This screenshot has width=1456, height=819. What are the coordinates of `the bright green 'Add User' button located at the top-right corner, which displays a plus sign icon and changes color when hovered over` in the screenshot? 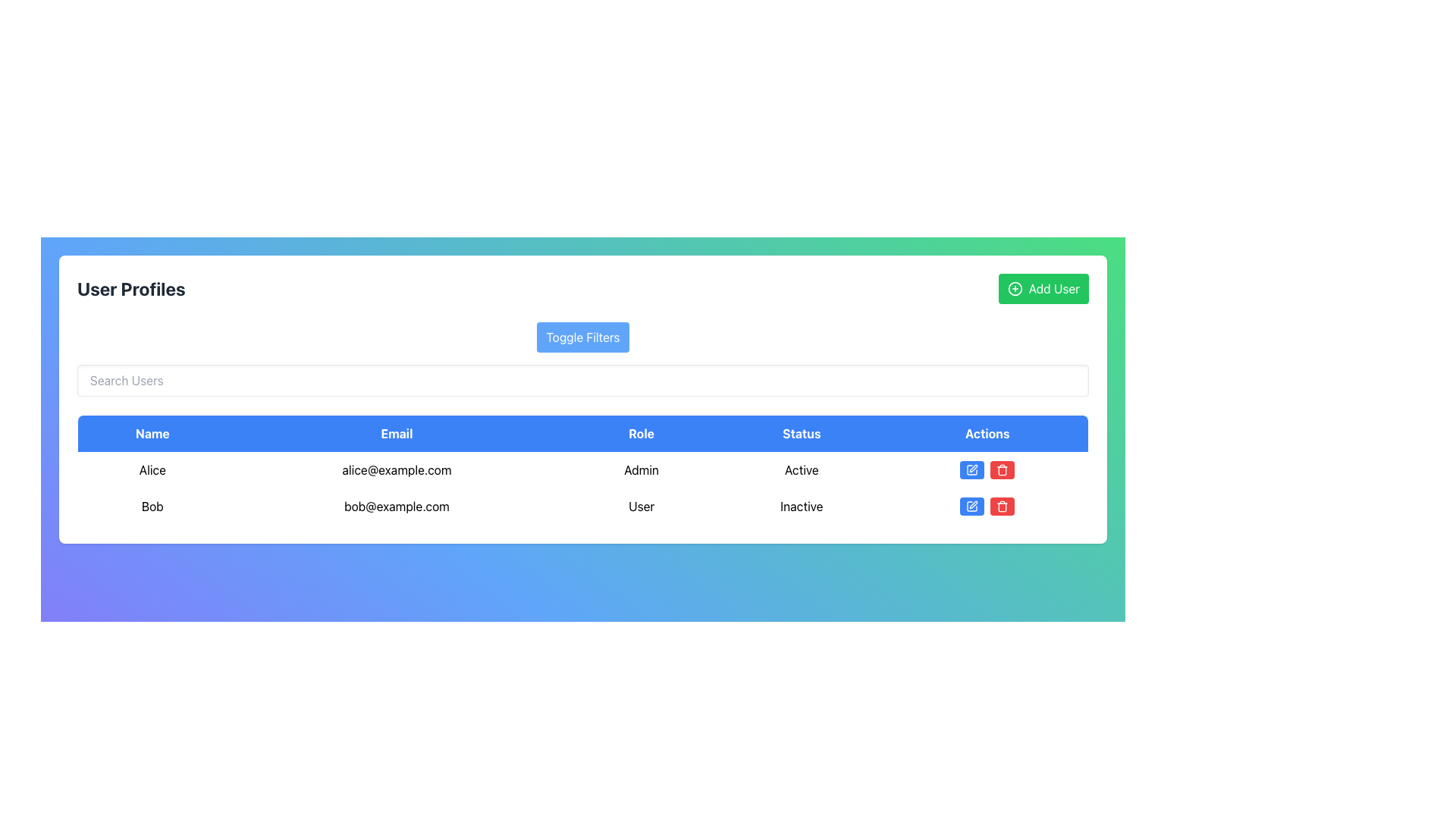 It's located at (1043, 289).